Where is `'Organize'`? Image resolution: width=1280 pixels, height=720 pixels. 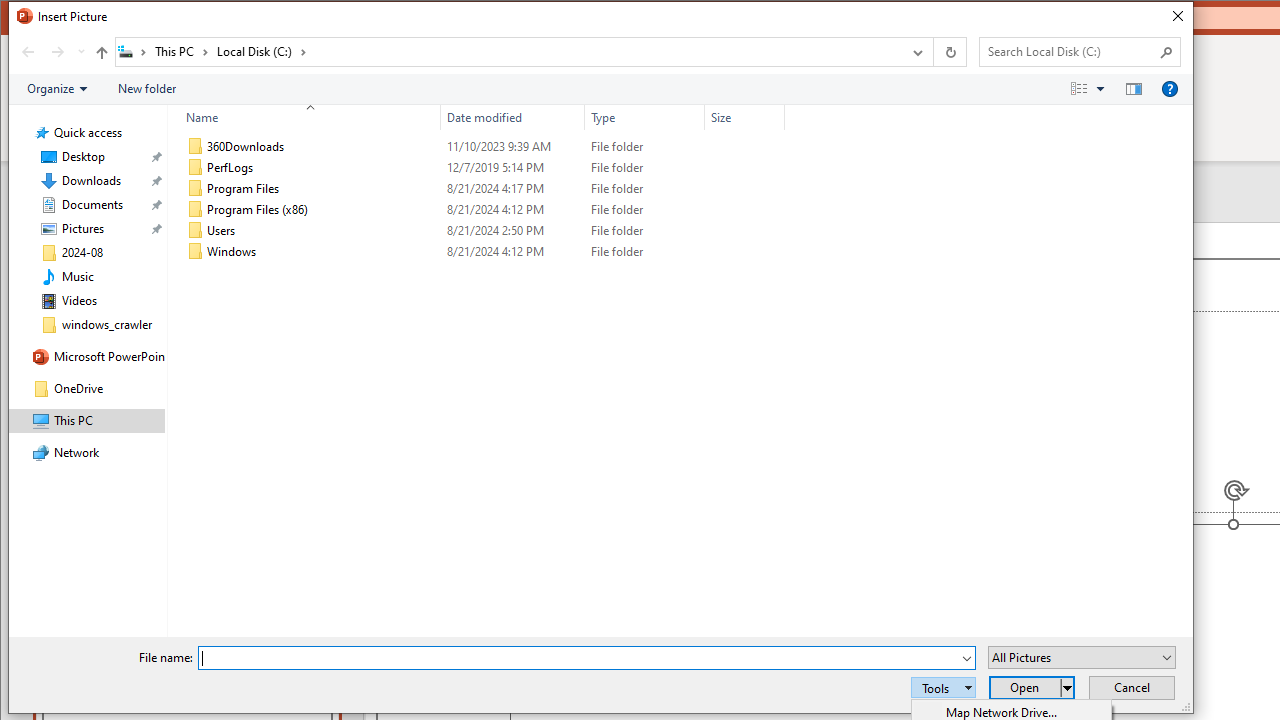
'Organize' is located at coordinates (56, 88).